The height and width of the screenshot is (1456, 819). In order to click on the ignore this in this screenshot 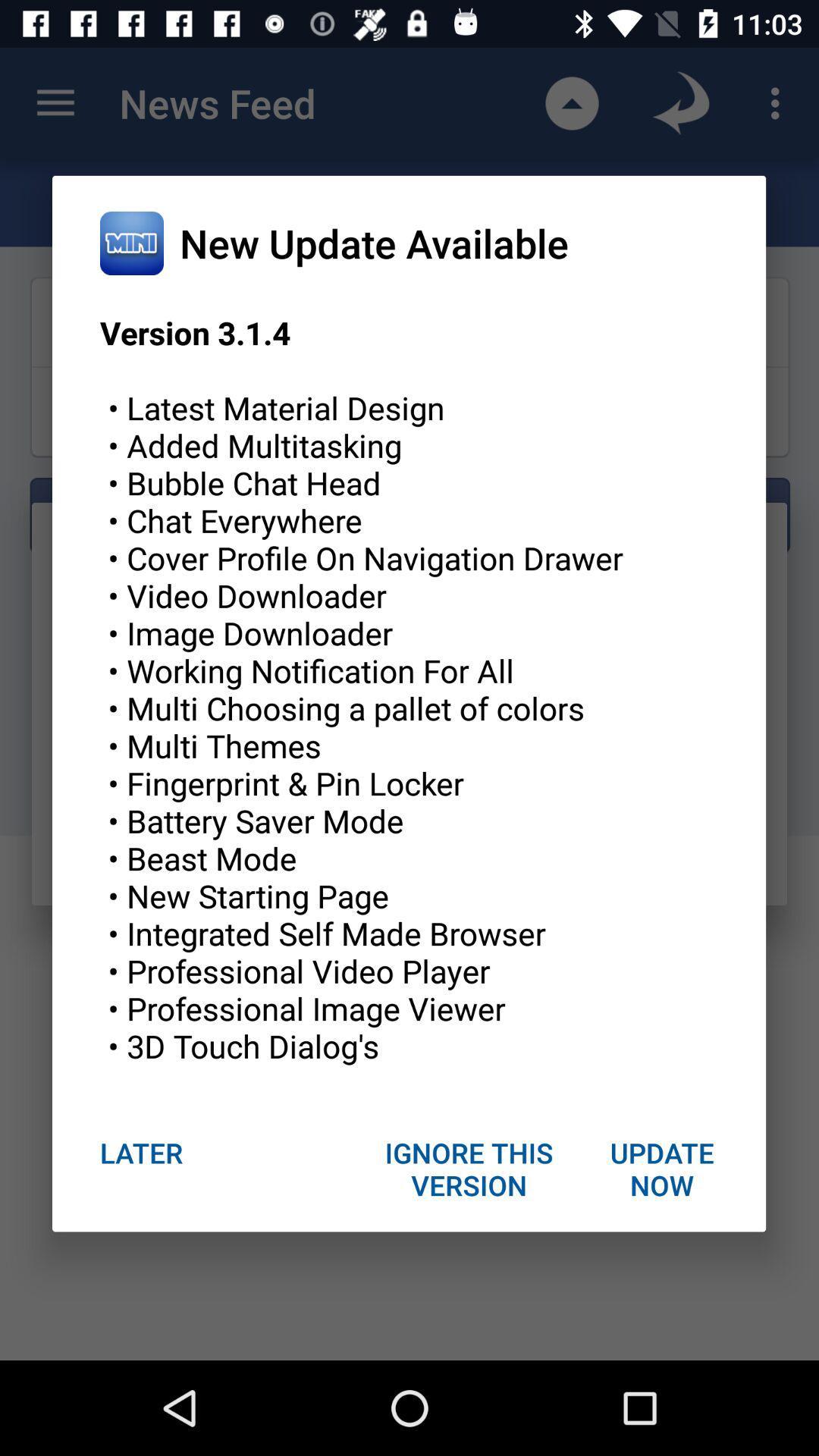, I will do `click(469, 1168)`.